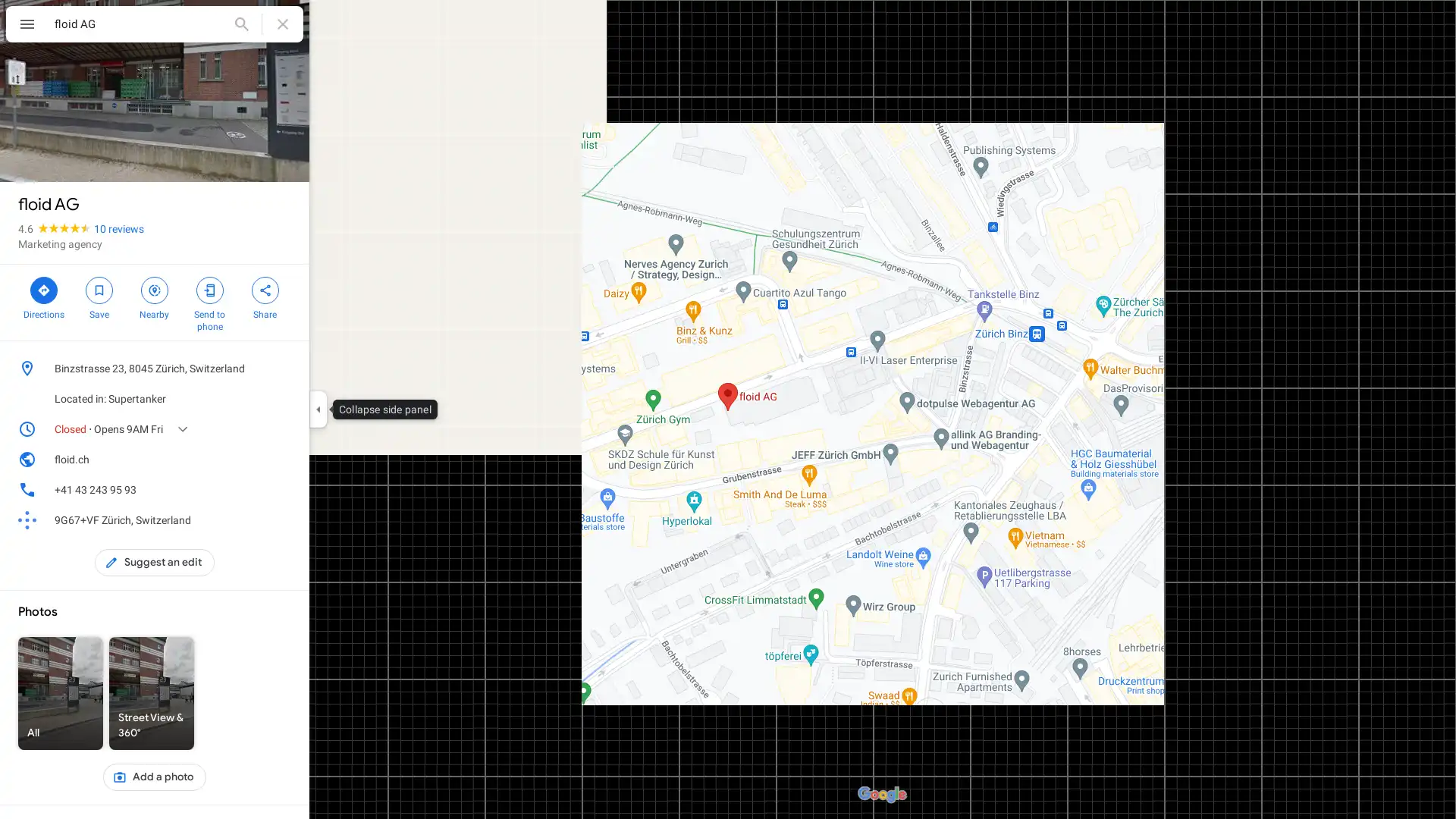  I want to click on Copy website, so click(284, 458).